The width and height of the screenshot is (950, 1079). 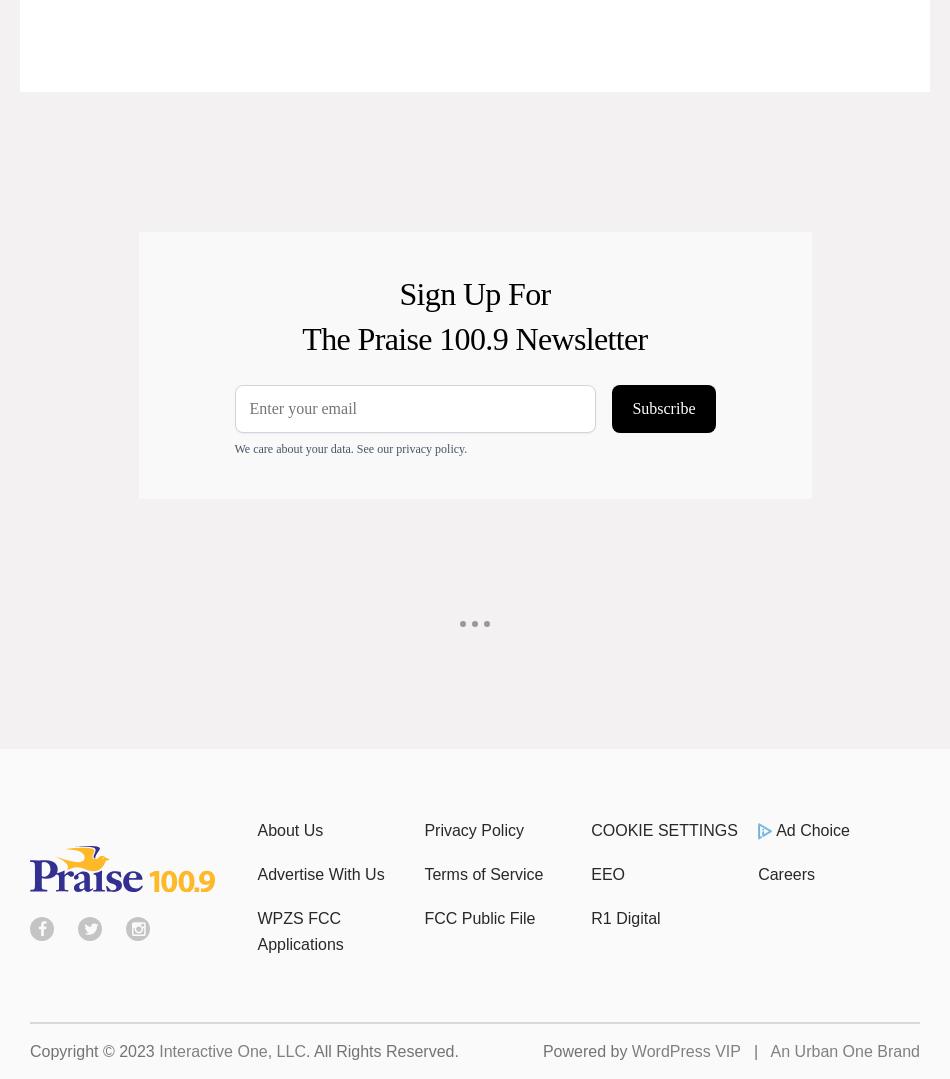 I want to click on '.
		All Rights Reserved.', so click(x=380, y=1050).